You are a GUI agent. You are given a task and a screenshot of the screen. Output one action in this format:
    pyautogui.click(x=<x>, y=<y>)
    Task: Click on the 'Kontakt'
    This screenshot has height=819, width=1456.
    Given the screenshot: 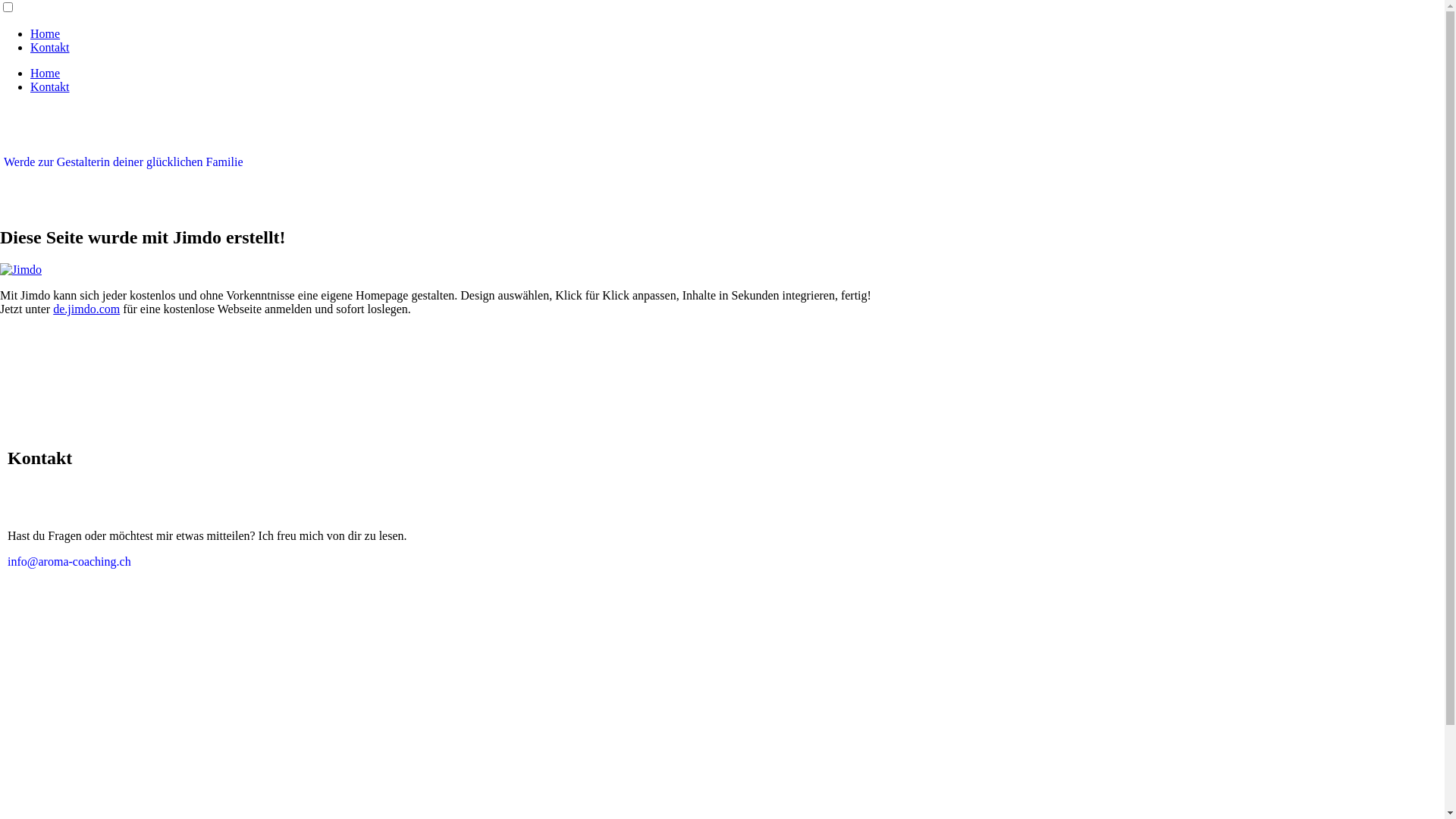 What is the action you would take?
    pyautogui.click(x=50, y=46)
    